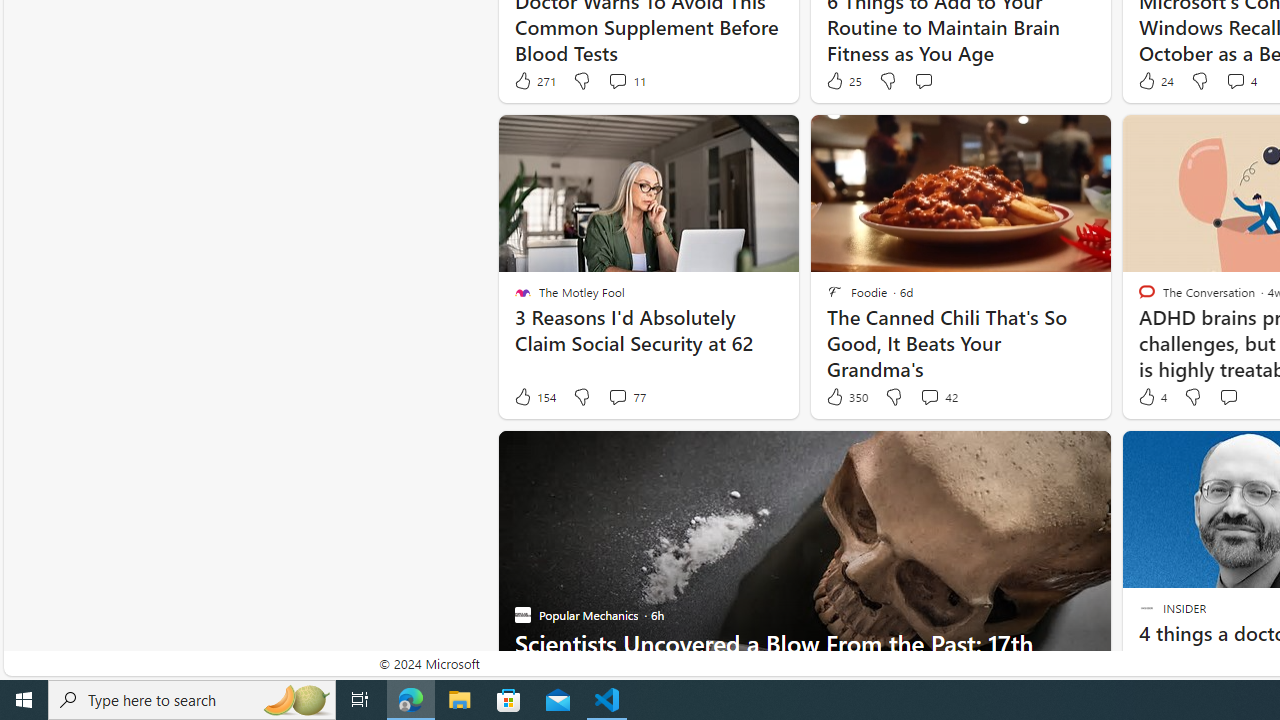  Describe the element at coordinates (1227, 397) in the screenshot. I see `'Start the conversation'` at that location.